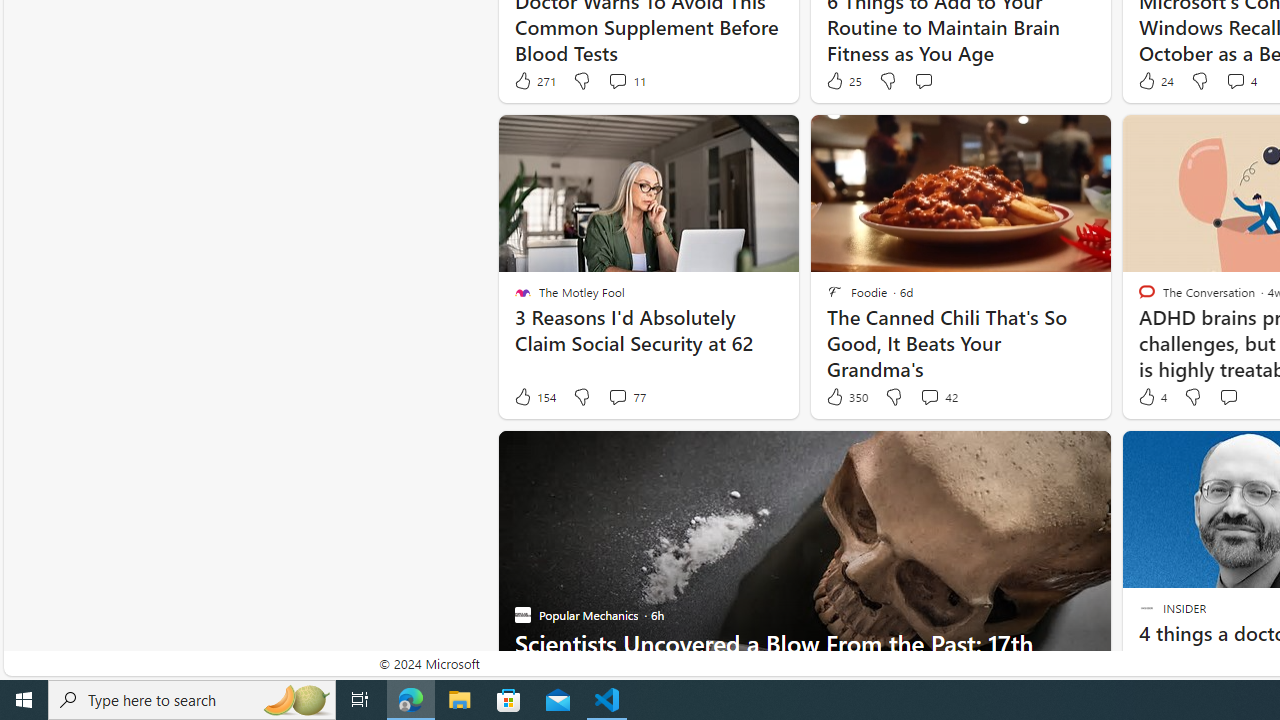  Describe the element at coordinates (1227, 397) in the screenshot. I see `'Start the conversation'` at that location.